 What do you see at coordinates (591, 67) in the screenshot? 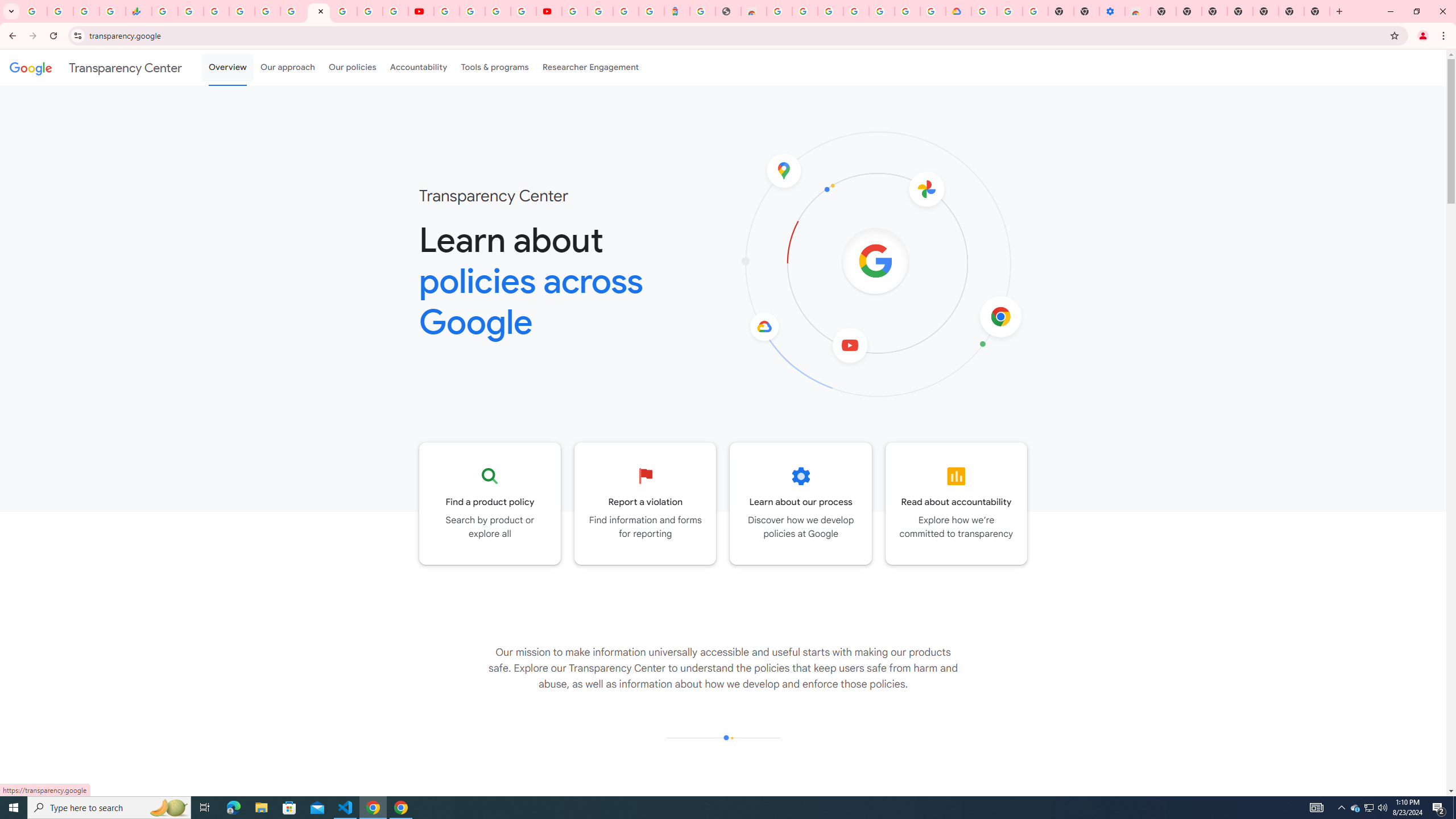
I see `'Researcher Engagement'` at bounding box center [591, 67].